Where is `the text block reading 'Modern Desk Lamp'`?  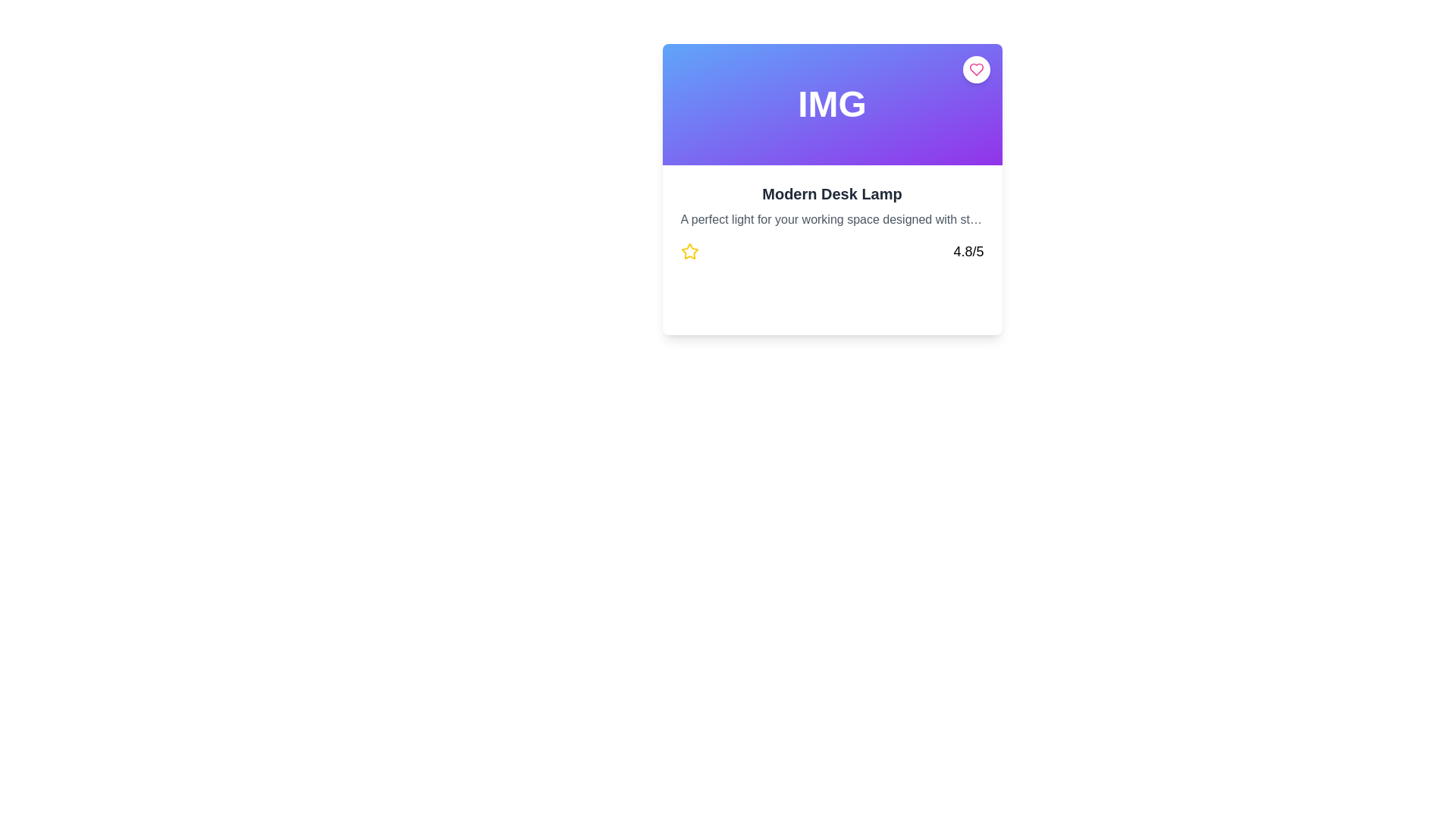
the text block reading 'Modern Desk Lamp' is located at coordinates (831, 193).